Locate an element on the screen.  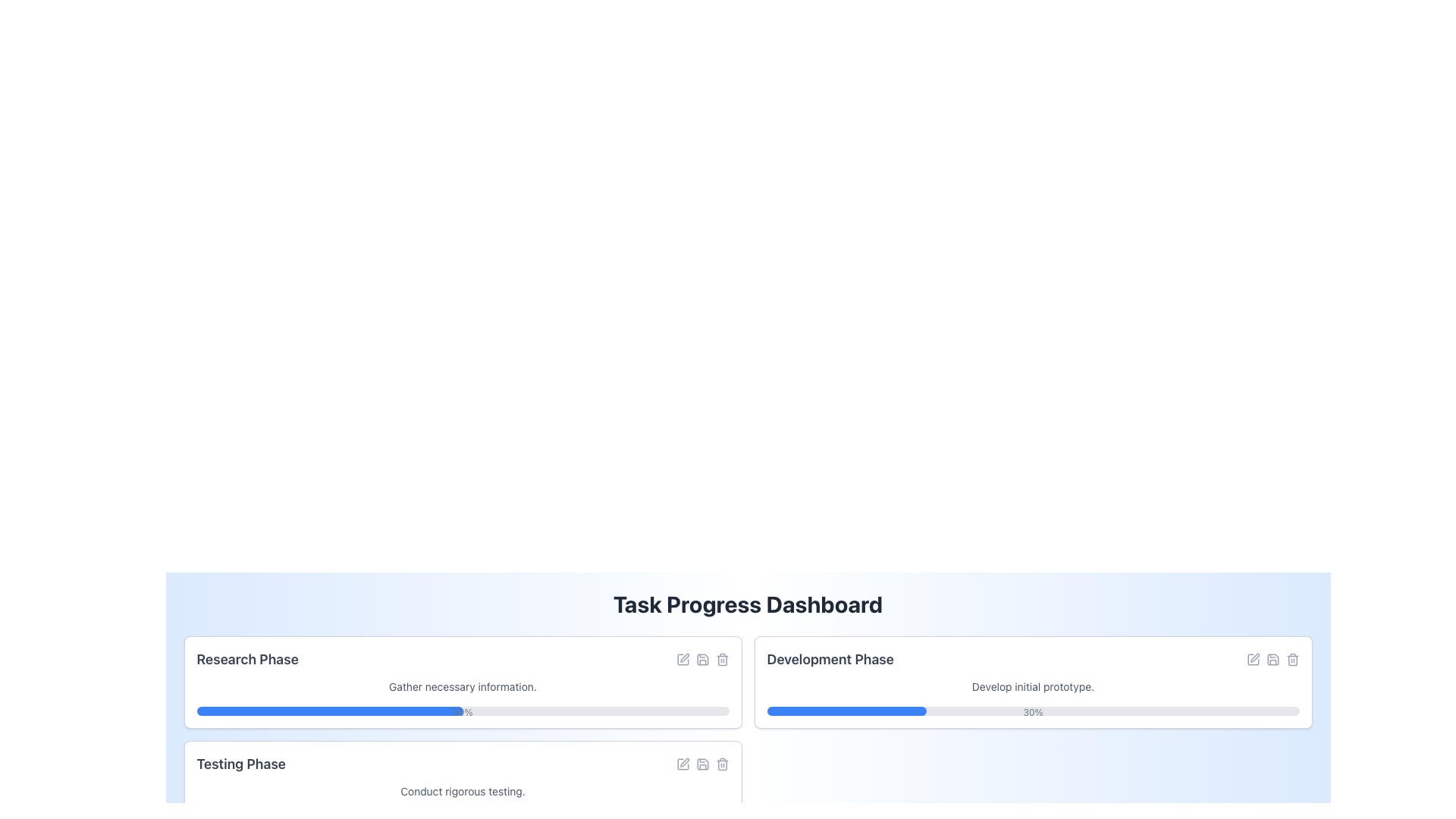
the save icon button, which is a minimalistic line art of a floppy disk located between the trashbin icon and another icon in the lower-right corner of the 'Testing Phase' card on the dashboard, to change its color is located at coordinates (701, 764).